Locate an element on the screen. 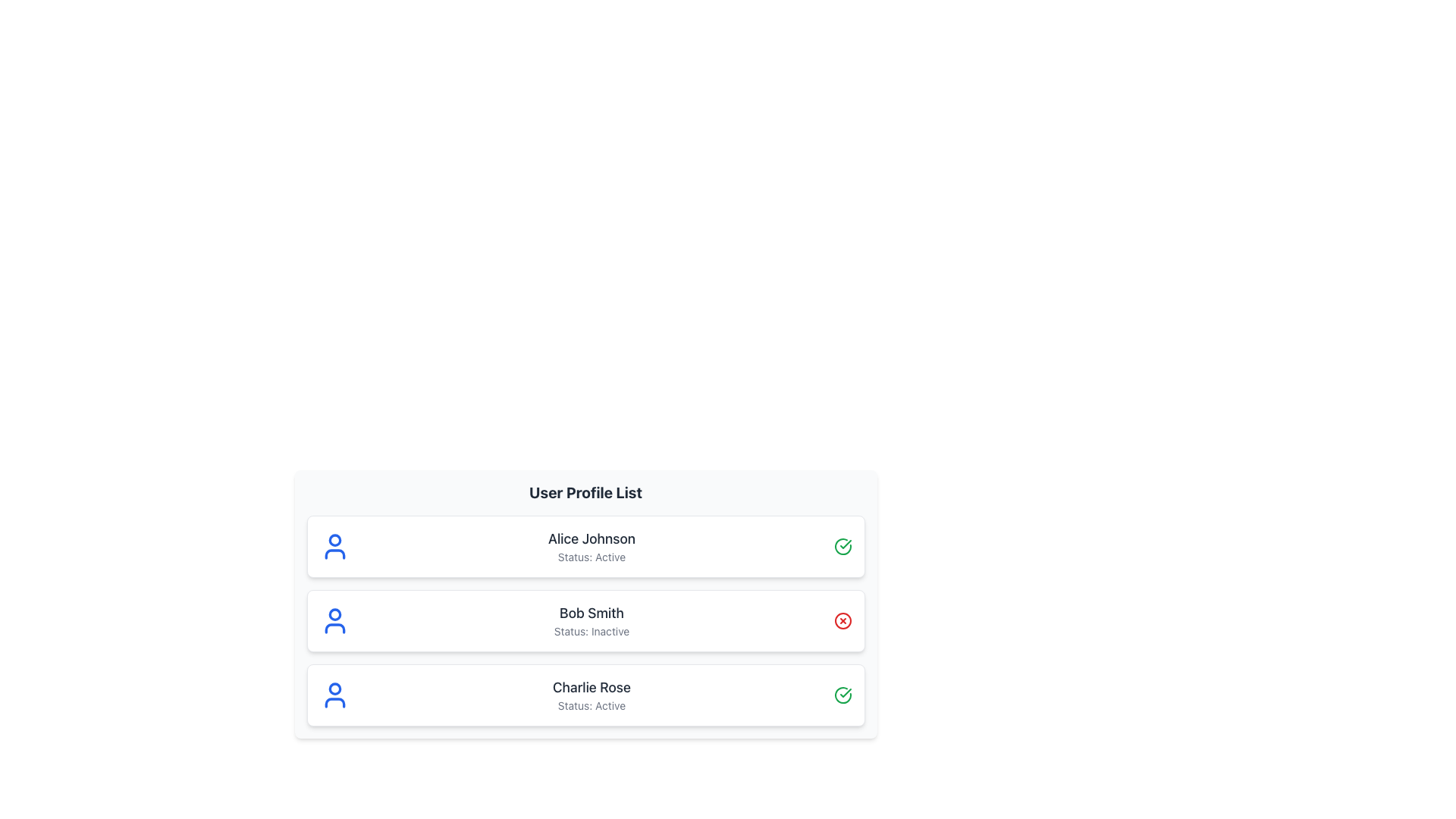 The width and height of the screenshot is (1456, 819). the static information card representing the profile of user Alice Johnson, which is the first card in the user profile list, located directly below the 'User Profile List' heading is located at coordinates (585, 547).